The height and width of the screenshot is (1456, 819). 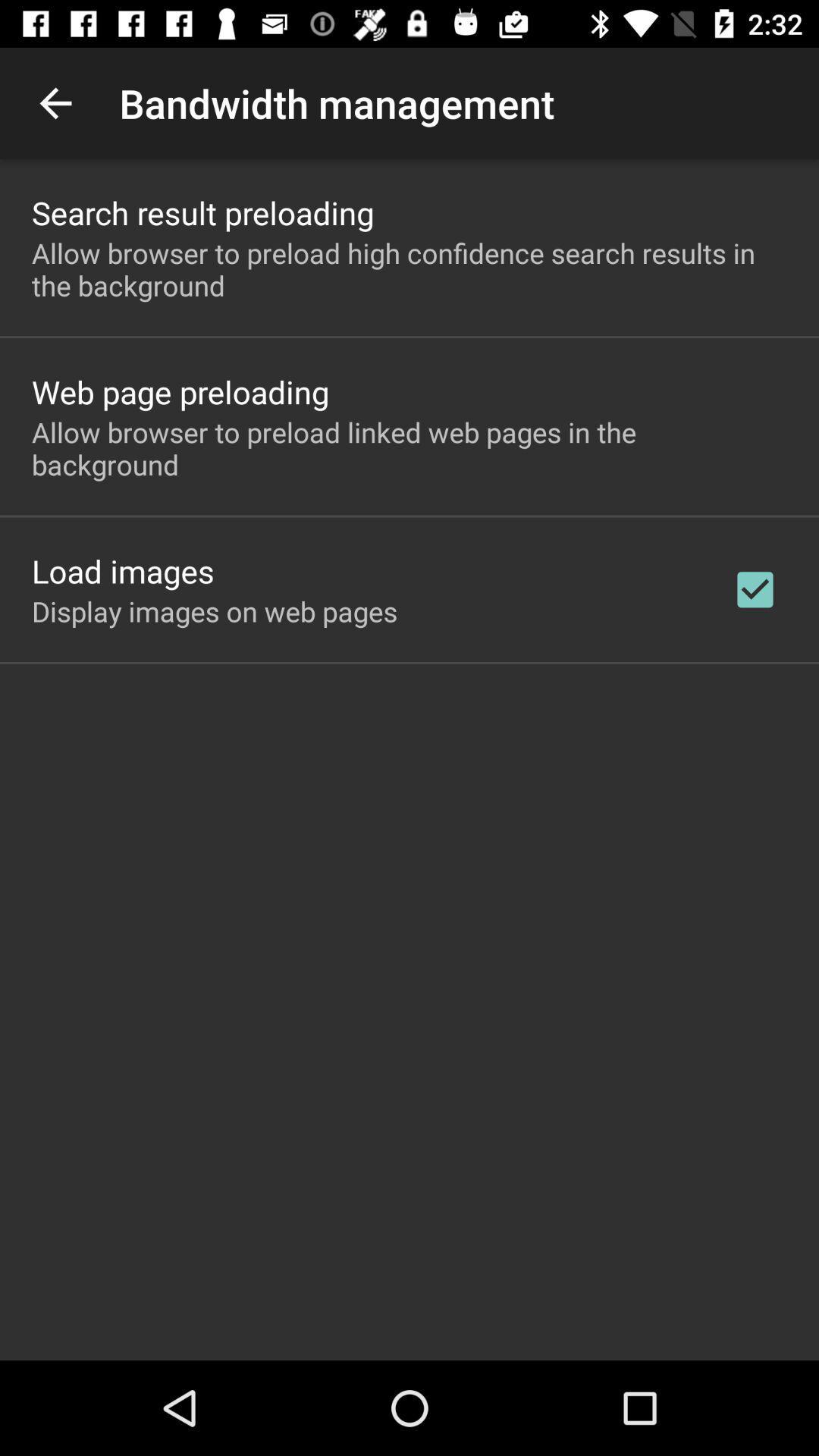 I want to click on web page preloading icon, so click(x=180, y=391).